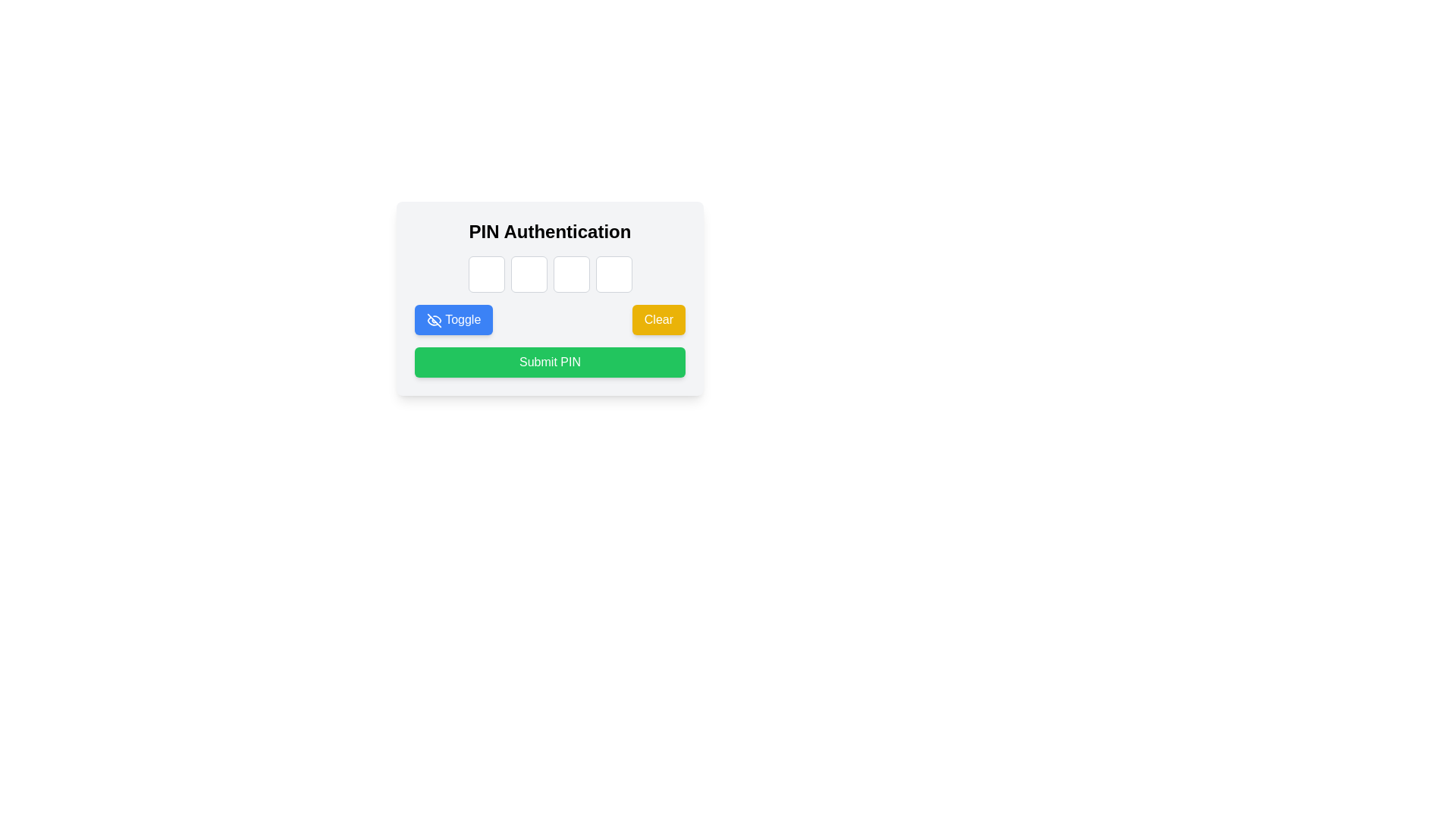 The image size is (1456, 819). I want to click on the specific field in the Input field group for PIN entry to focus on it, so click(549, 275).